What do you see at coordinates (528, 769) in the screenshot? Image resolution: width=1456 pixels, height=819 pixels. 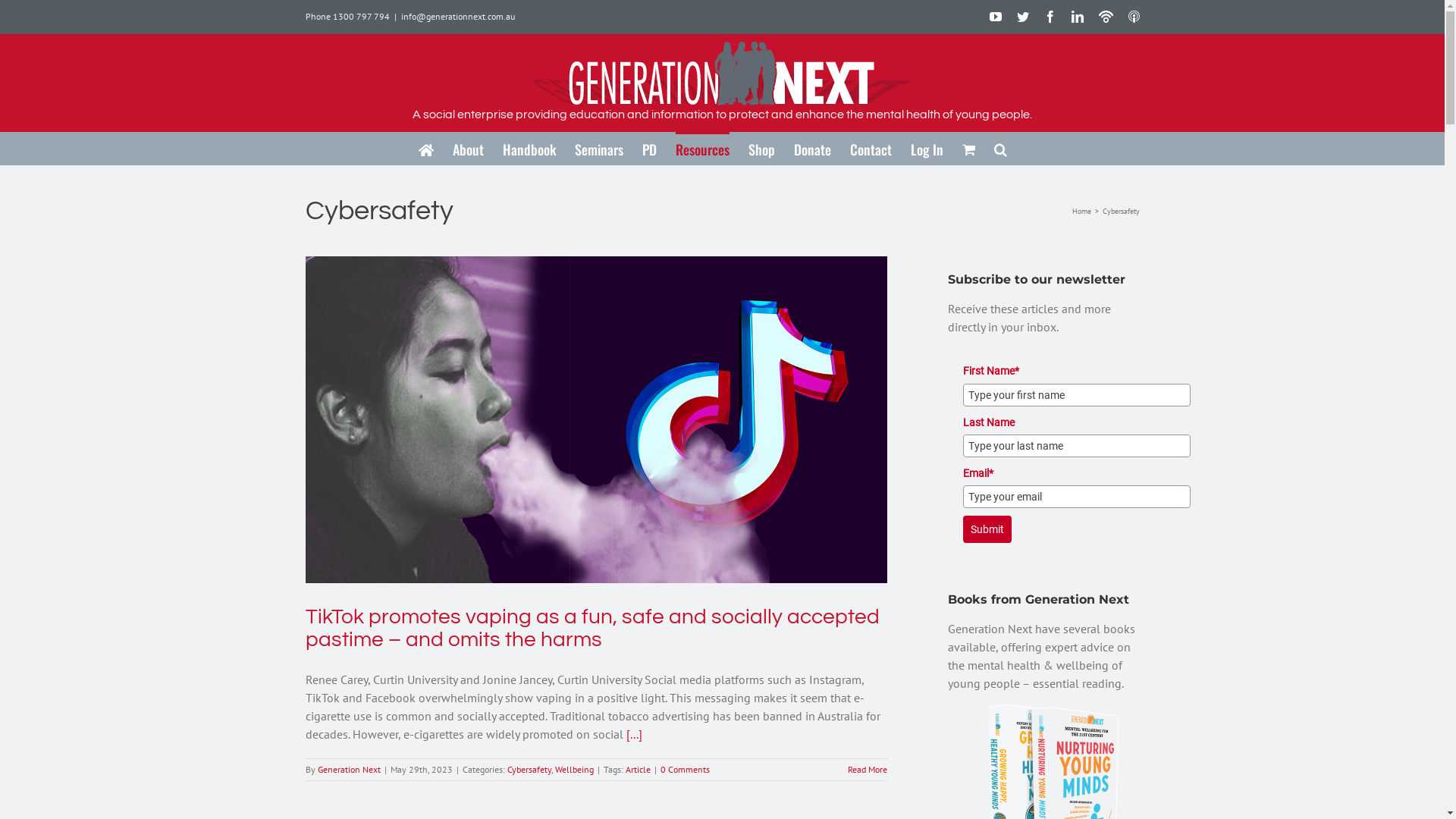 I see `'Cybersafety'` at bounding box center [528, 769].